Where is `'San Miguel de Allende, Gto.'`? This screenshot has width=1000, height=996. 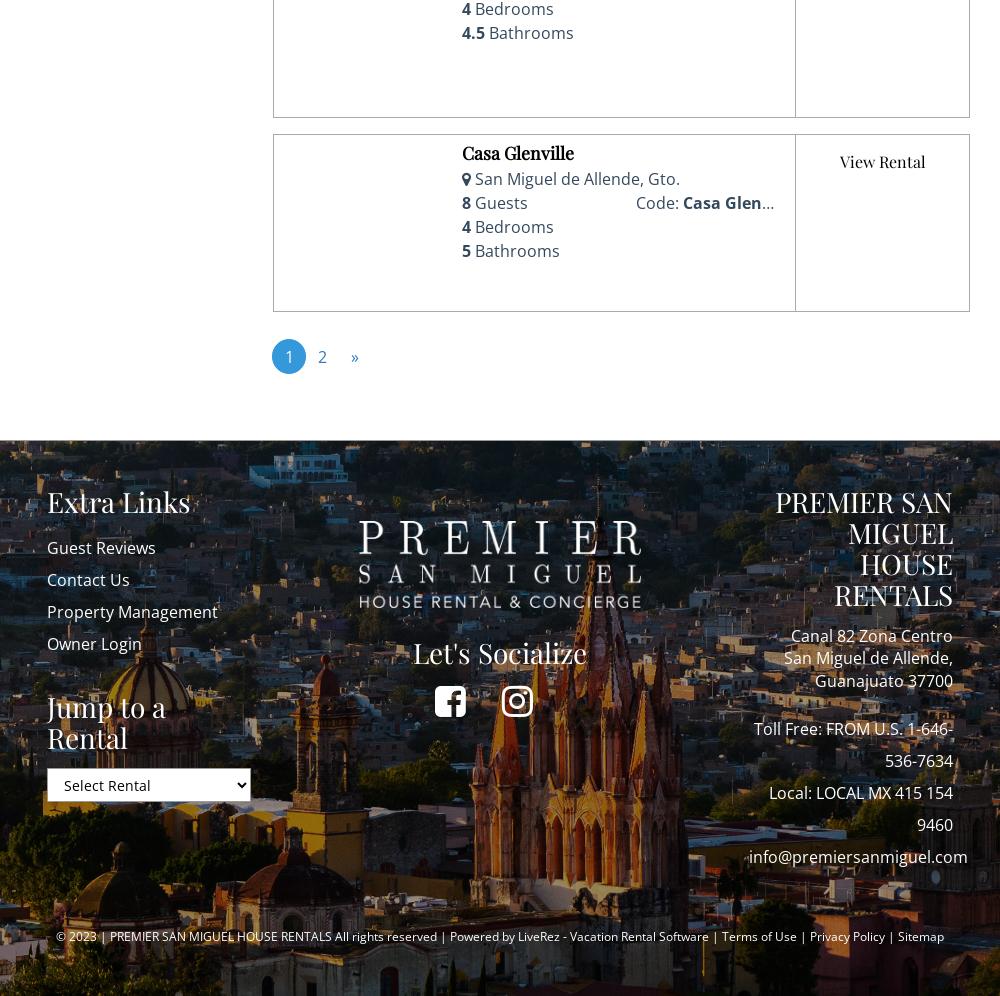
'San Miguel de Allende, Gto.' is located at coordinates (574, 178).